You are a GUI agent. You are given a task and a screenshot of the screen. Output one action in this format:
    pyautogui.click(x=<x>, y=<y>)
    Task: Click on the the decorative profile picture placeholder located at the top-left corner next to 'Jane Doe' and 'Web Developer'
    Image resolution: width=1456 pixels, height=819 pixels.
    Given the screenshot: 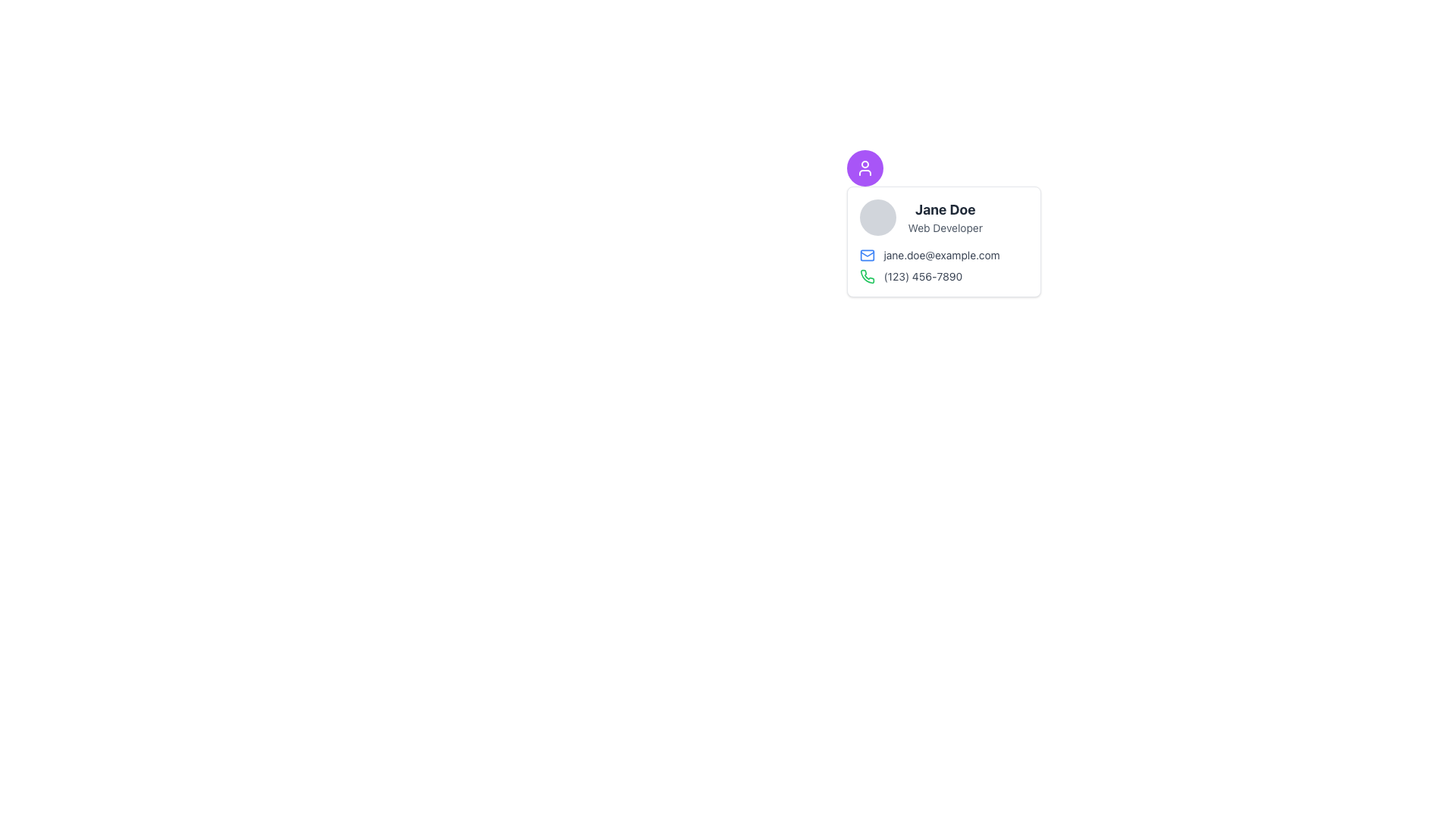 What is the action you would take?
    pyautogui.click(x=877, y=217)
    